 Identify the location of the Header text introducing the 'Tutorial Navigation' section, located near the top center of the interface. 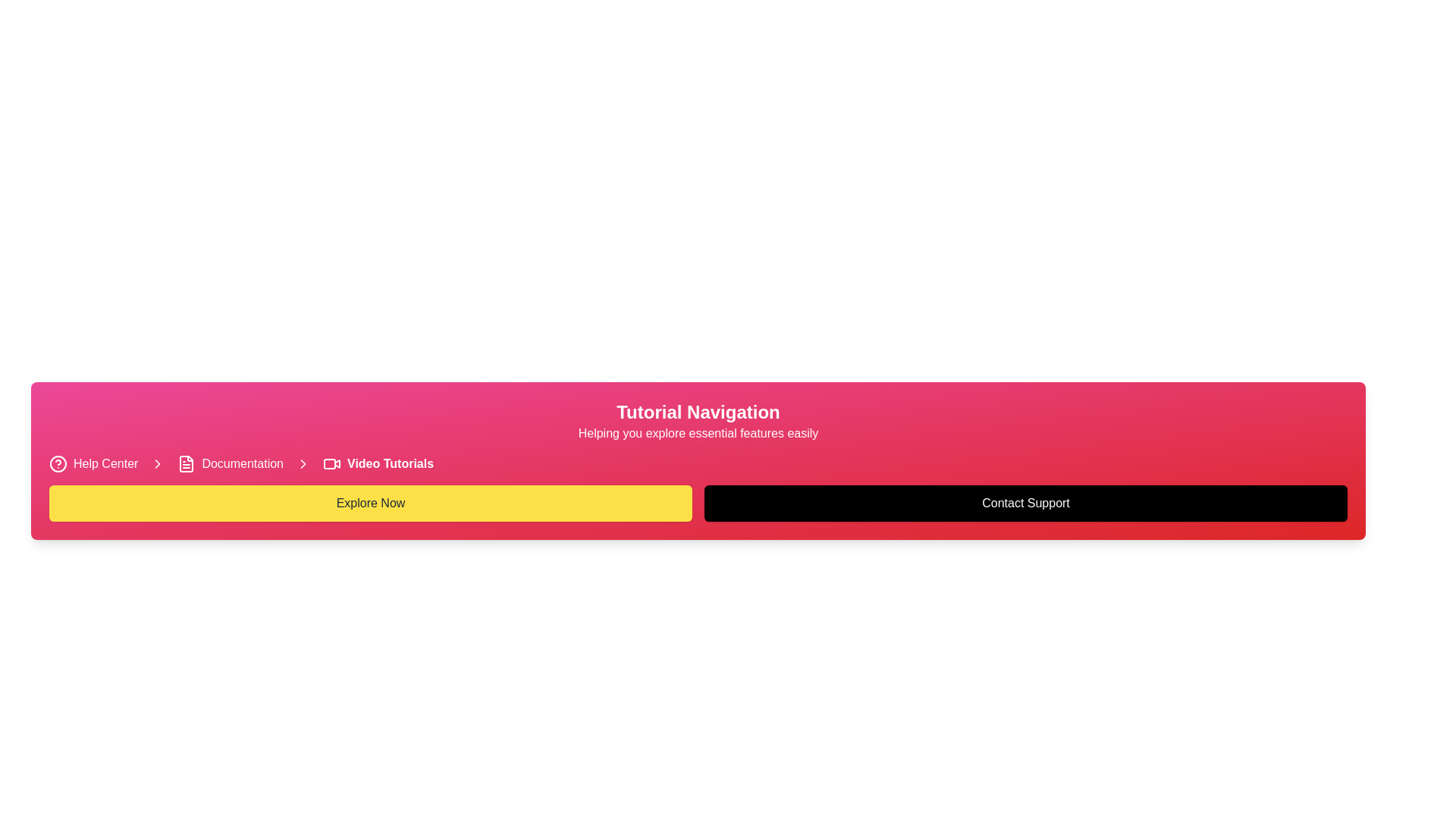
(698, 412).